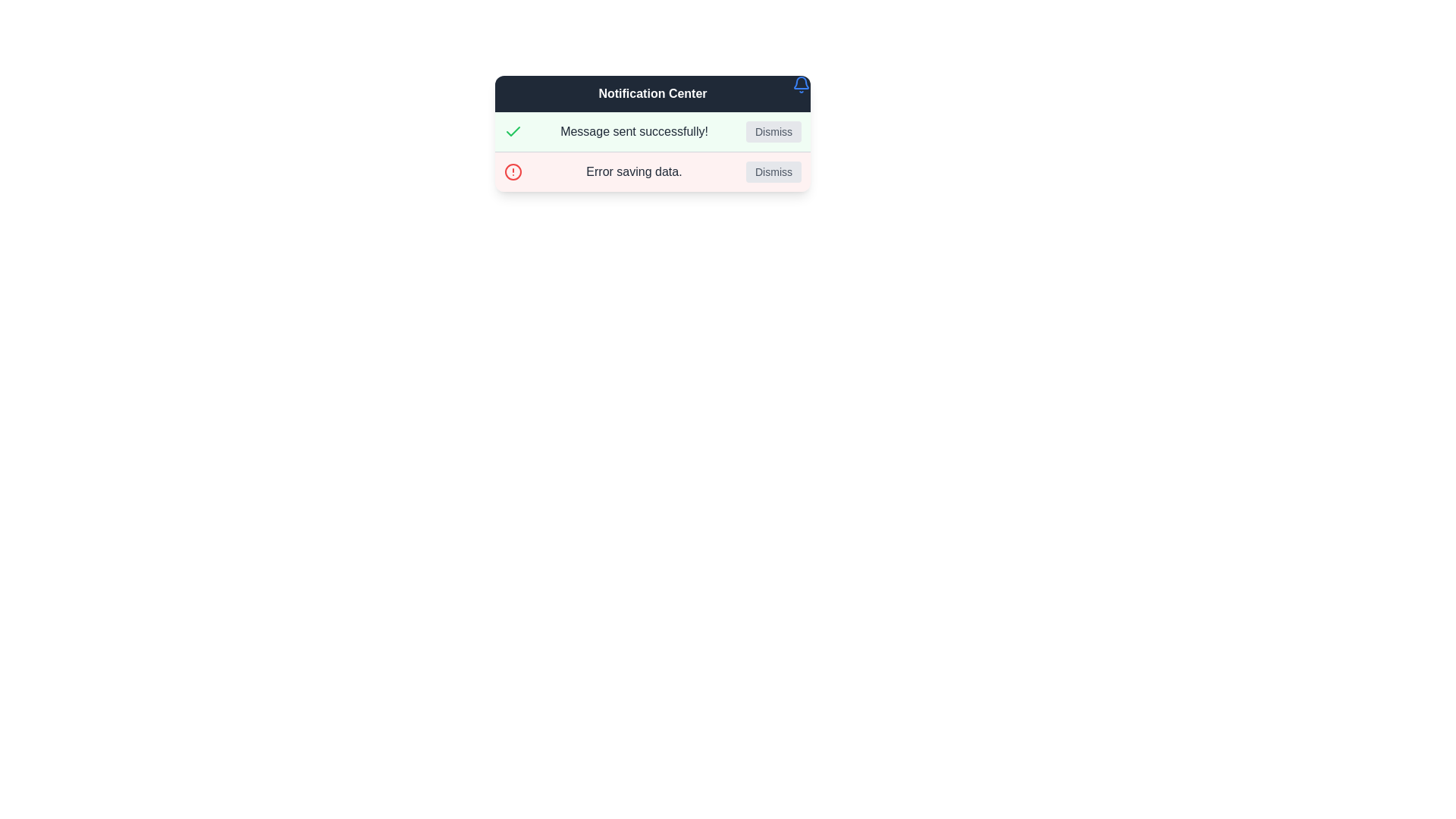 This screenshot has height=819, width=1456. Describe the element at coordinates (652, 133) in the screenshot. I see `the first notification item in the 'Notification Center'` at that location.